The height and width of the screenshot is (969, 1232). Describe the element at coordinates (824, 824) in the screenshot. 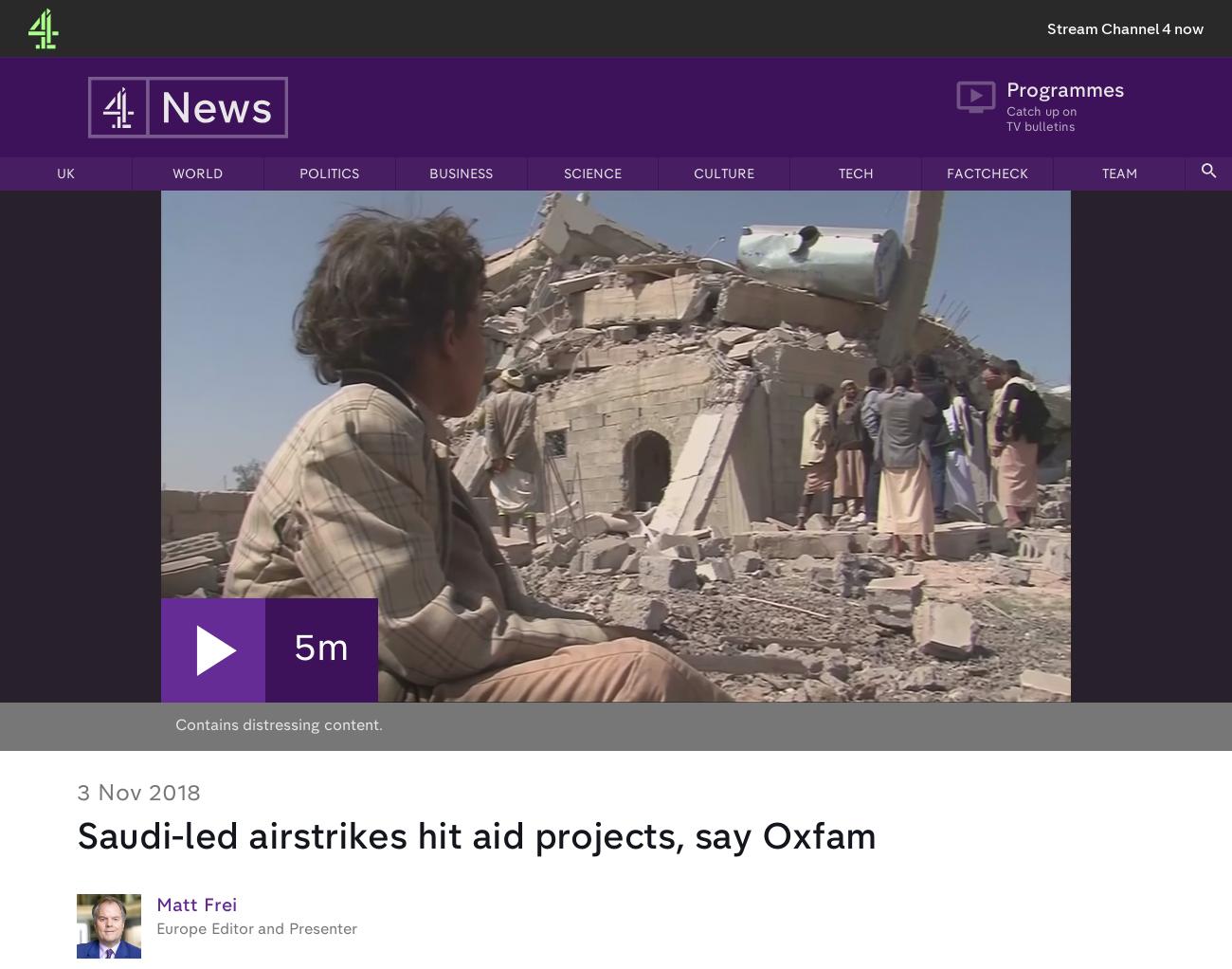

I see `'Annual Report'` at that location.